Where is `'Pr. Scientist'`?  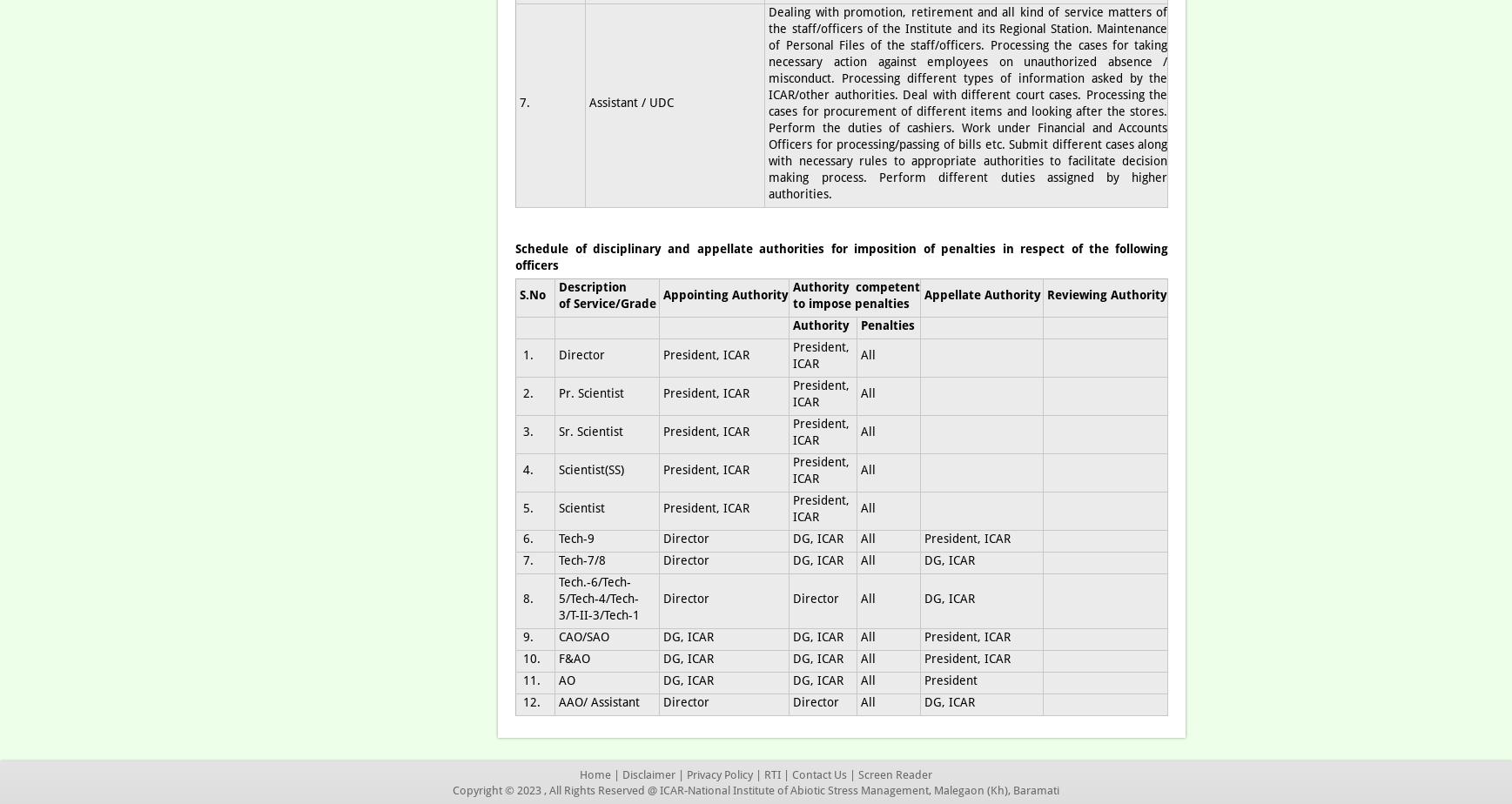
'Pr. Scientist' is located at coordinates (589, 393).